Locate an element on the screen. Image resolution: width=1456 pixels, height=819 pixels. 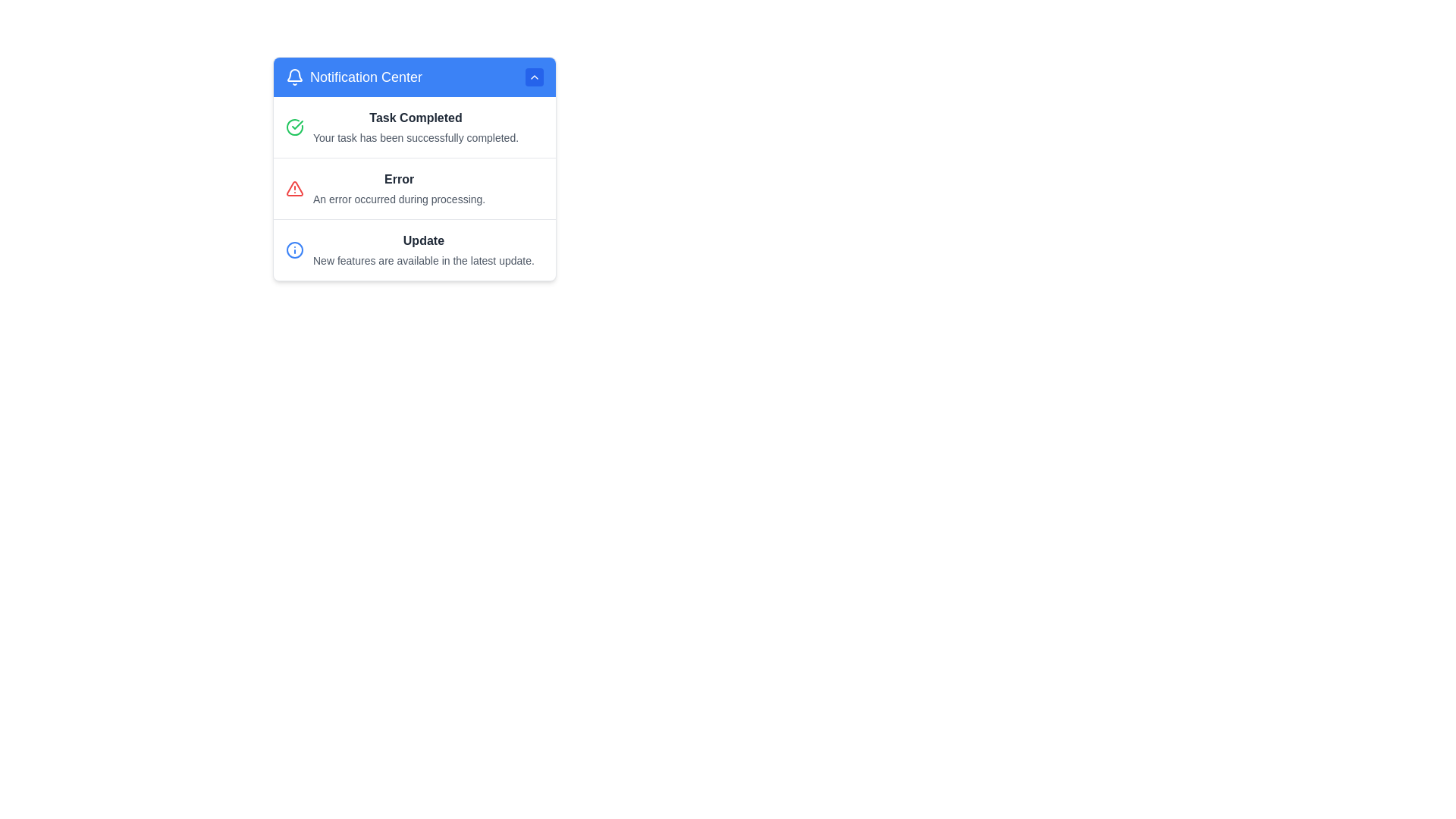
the chevron-up icon in the upper-right corner of the blue header section of the 'Notification Center' is located at coordinates (535, 77).